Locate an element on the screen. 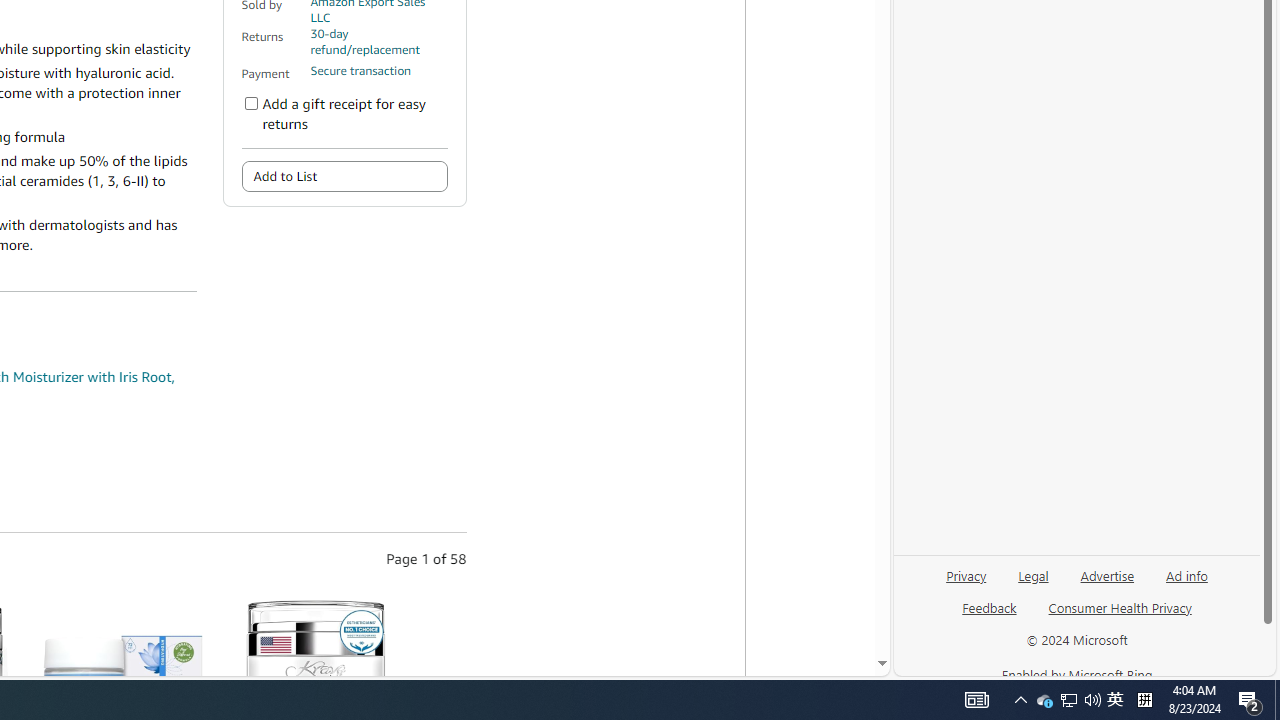  'Advertise' is located at coordinates (1106, 583).